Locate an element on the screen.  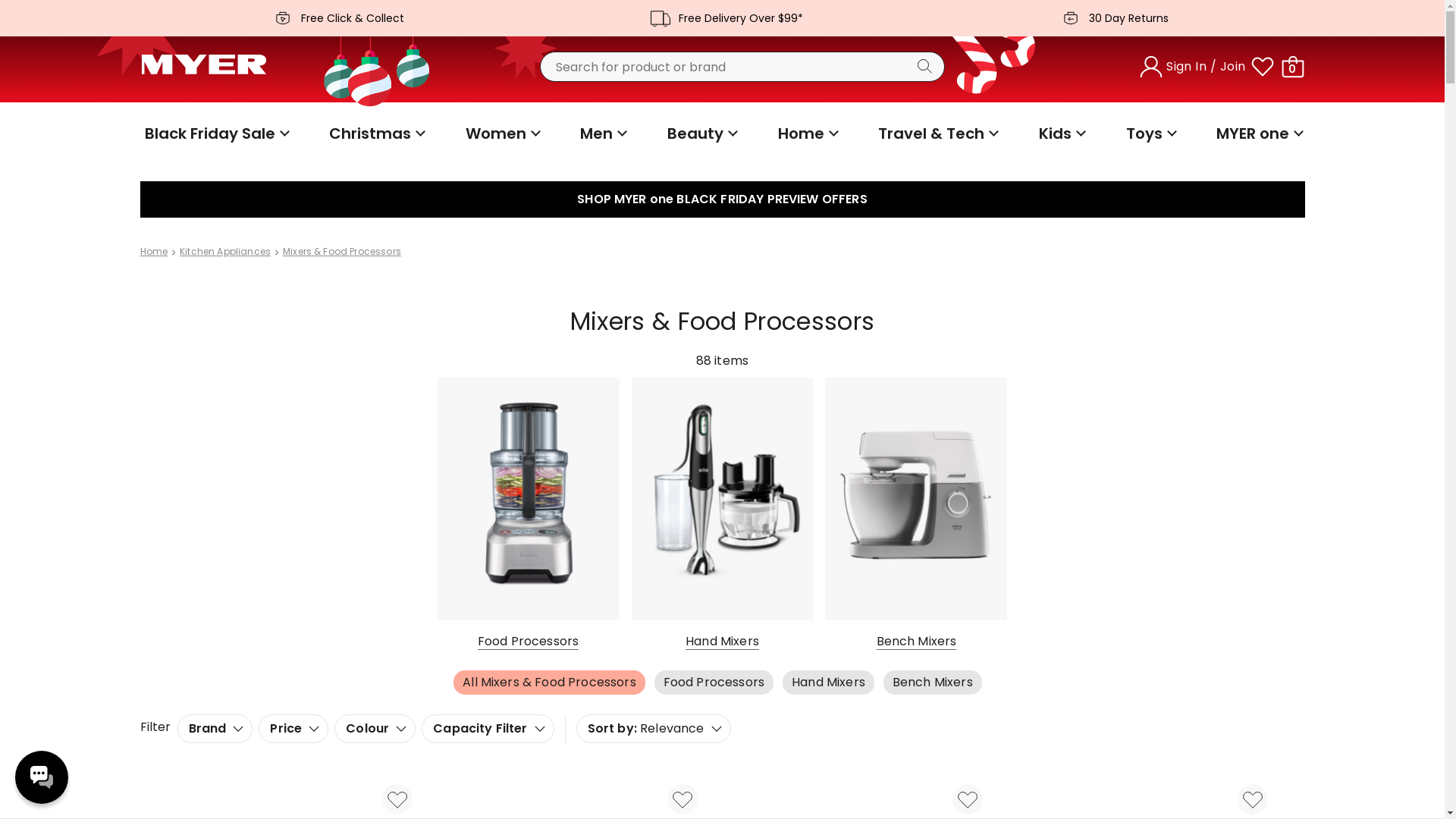
'0' is located at coordinates (1291, 66).